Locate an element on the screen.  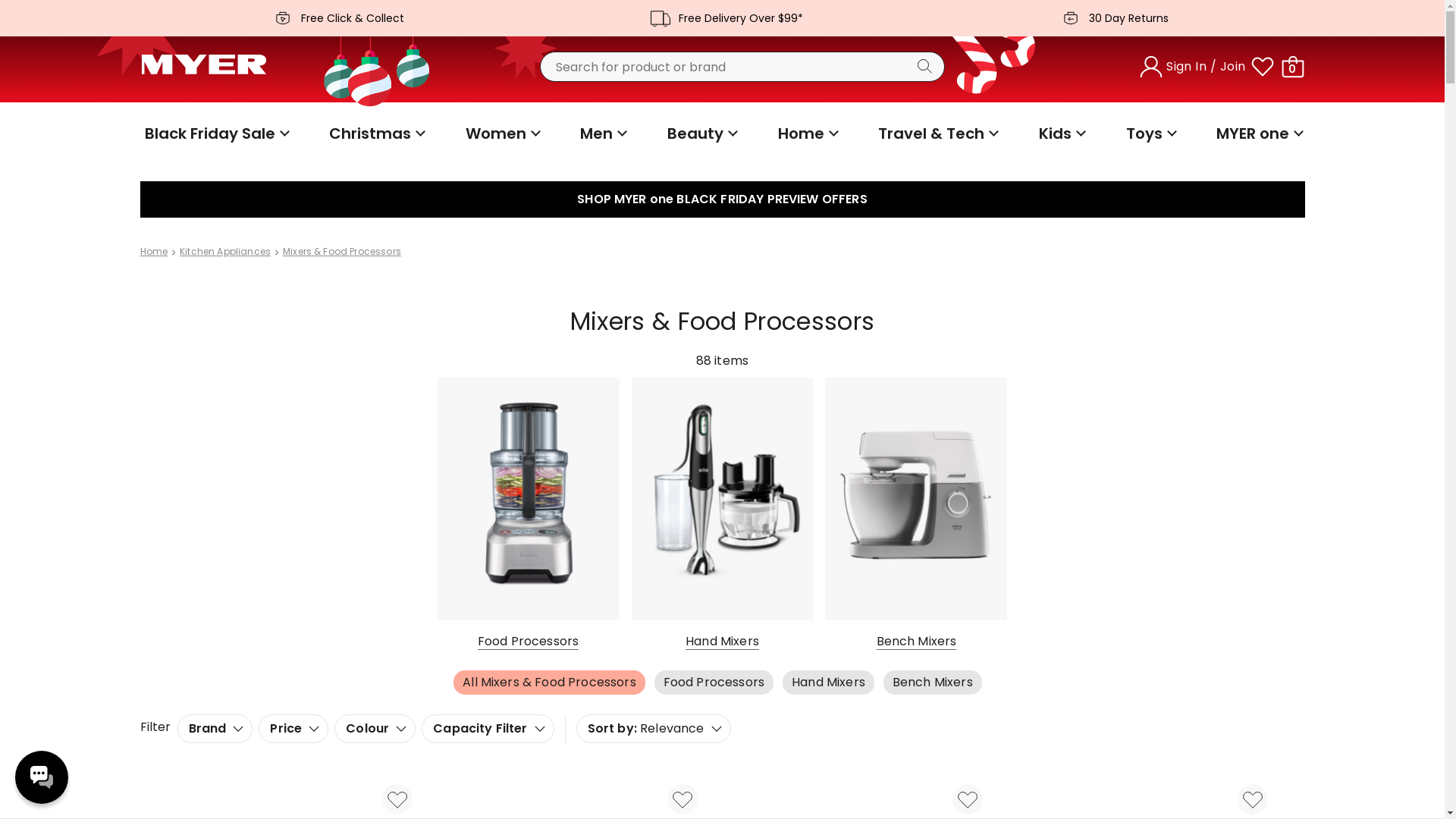
'0' is located at coordinates (1291, 66).